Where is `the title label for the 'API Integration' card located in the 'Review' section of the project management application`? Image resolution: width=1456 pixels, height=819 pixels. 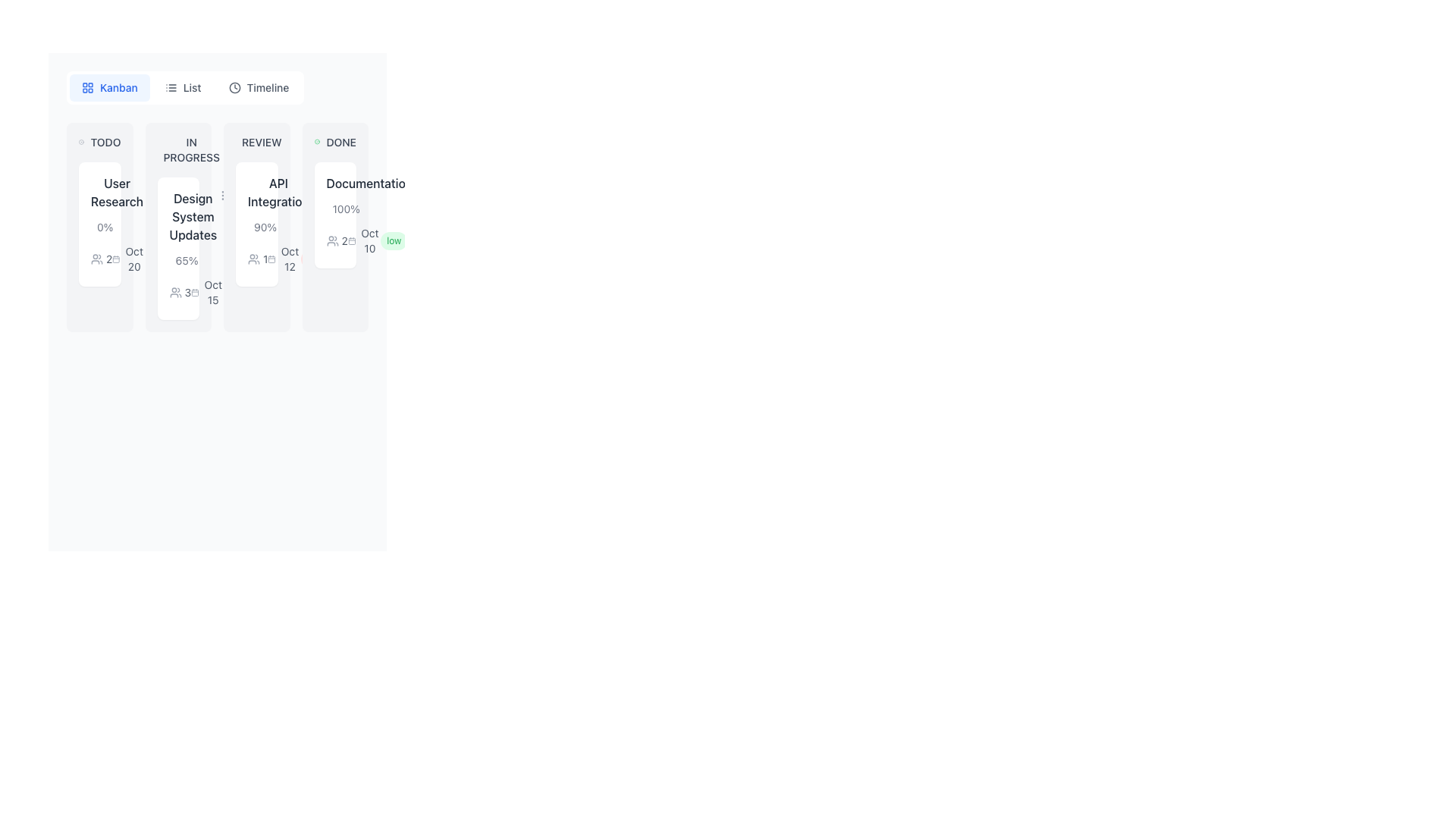
the title label for the 'API Integration' card located in the 'Review' section of the project management application is located at coordinates (256, 192).